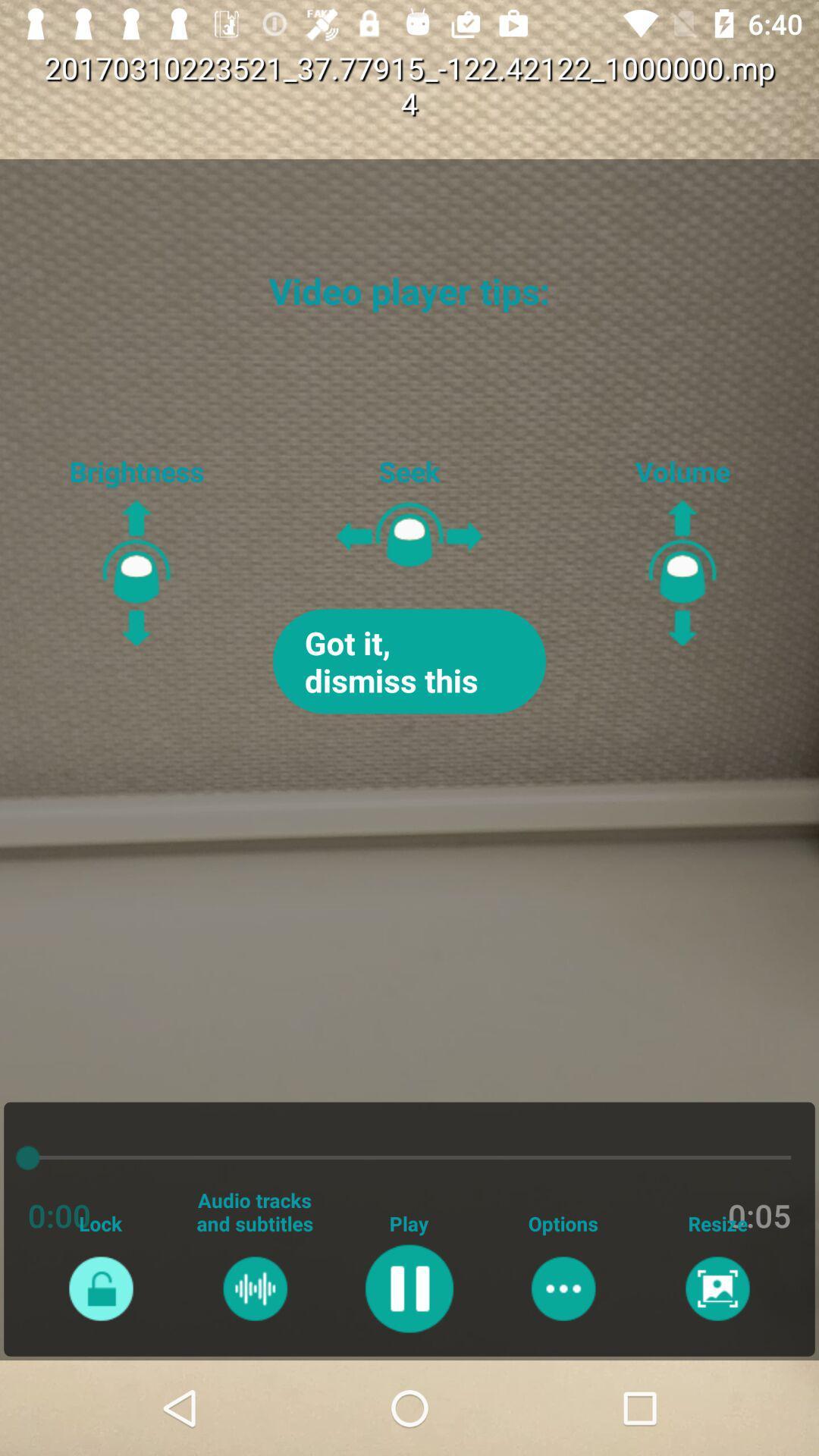  I want to click on stop playing, so click(408, 1288).